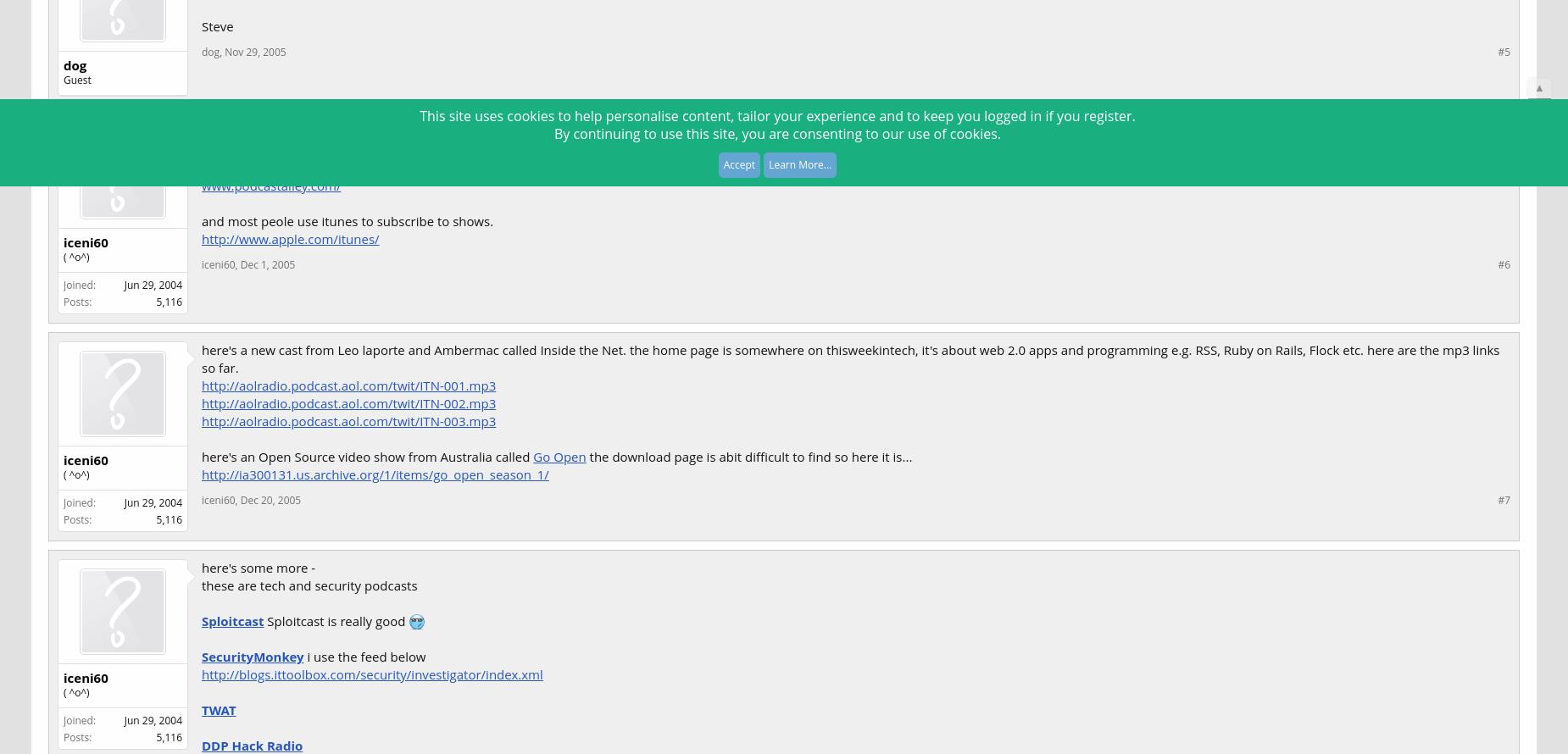  Describe the element at coordinates (335, 620) in the screenshot. I see `'Sploitcast is really good'` at that location.